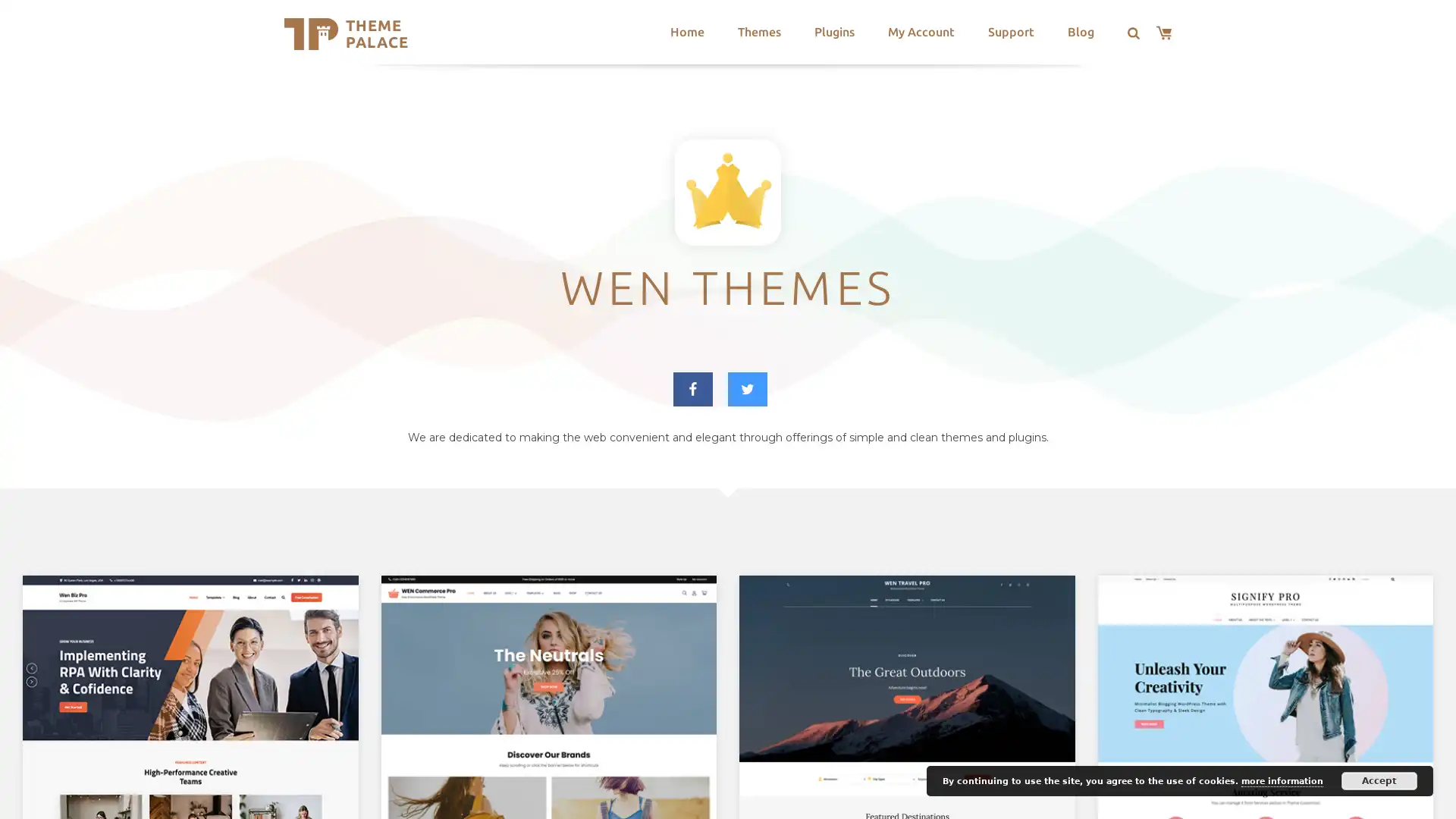 The image size is (1456, 819). I want to click on Search, so click(468, 34).